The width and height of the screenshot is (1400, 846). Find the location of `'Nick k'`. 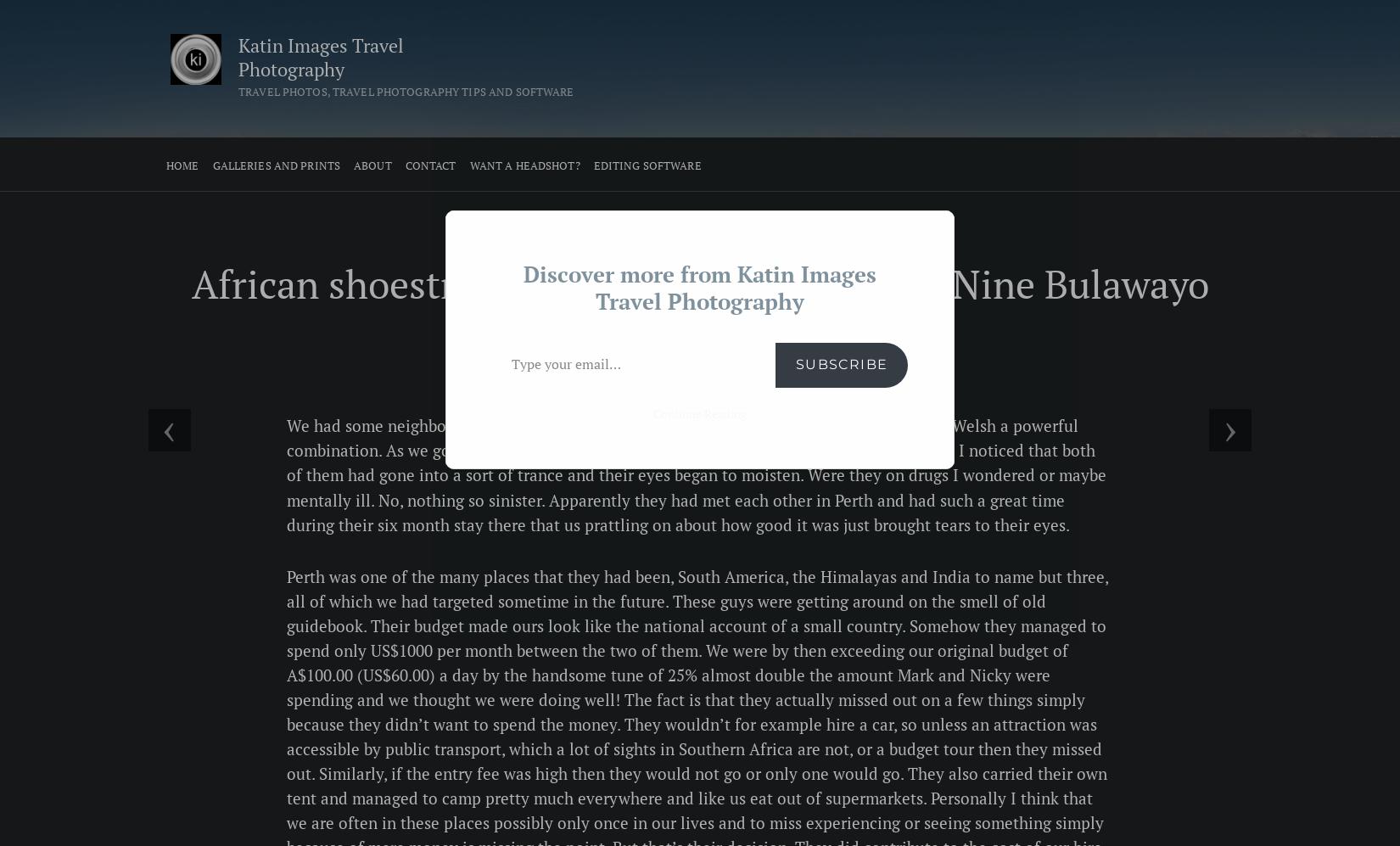

'Nick k' is located at coordinates (707, 329).